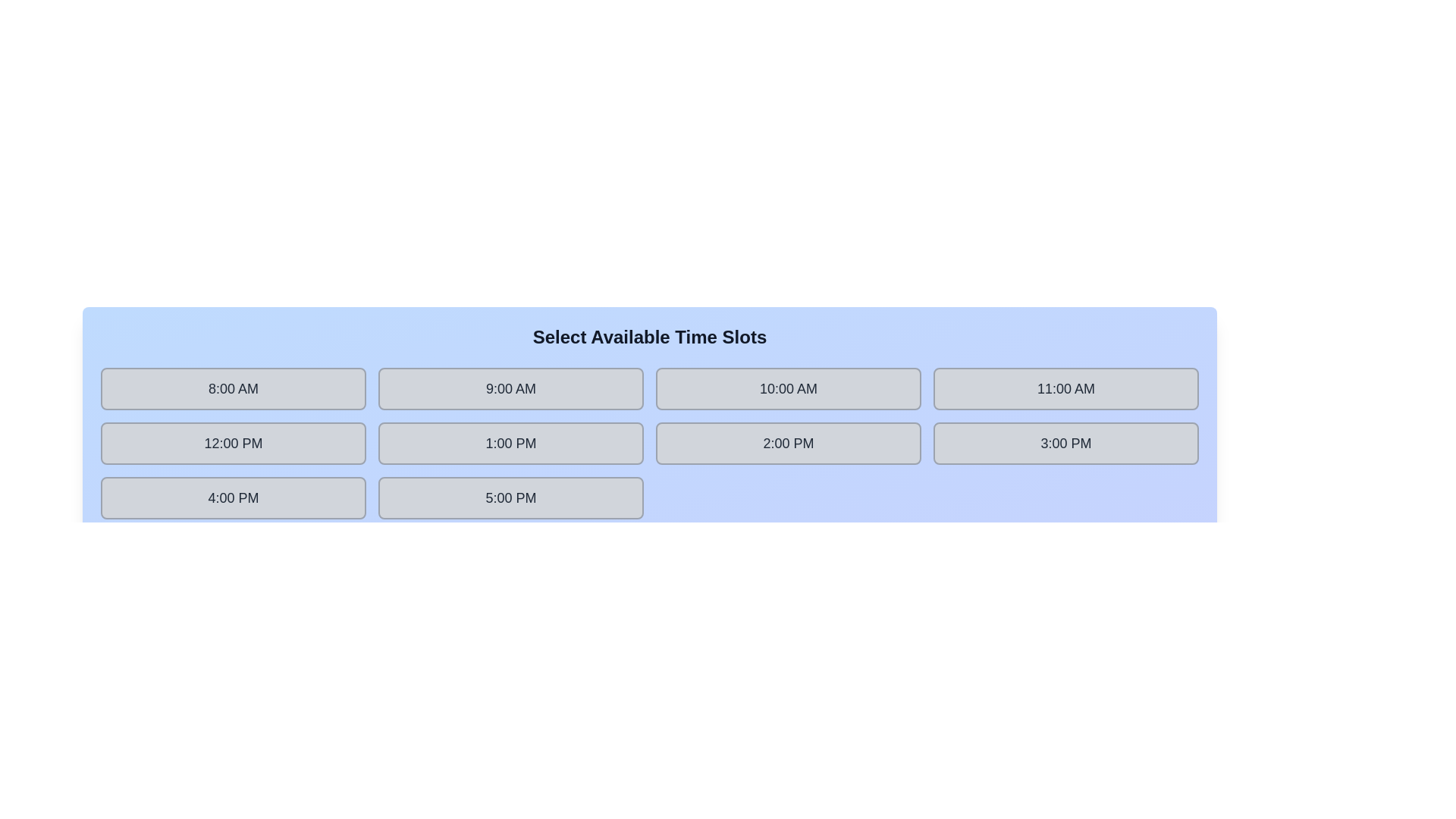 This screenshot has width=1456, height=819. Describe the element at coordinates (789, 388) in the screenshot. I see `the time slot labeled 10:00 AM` at that location.